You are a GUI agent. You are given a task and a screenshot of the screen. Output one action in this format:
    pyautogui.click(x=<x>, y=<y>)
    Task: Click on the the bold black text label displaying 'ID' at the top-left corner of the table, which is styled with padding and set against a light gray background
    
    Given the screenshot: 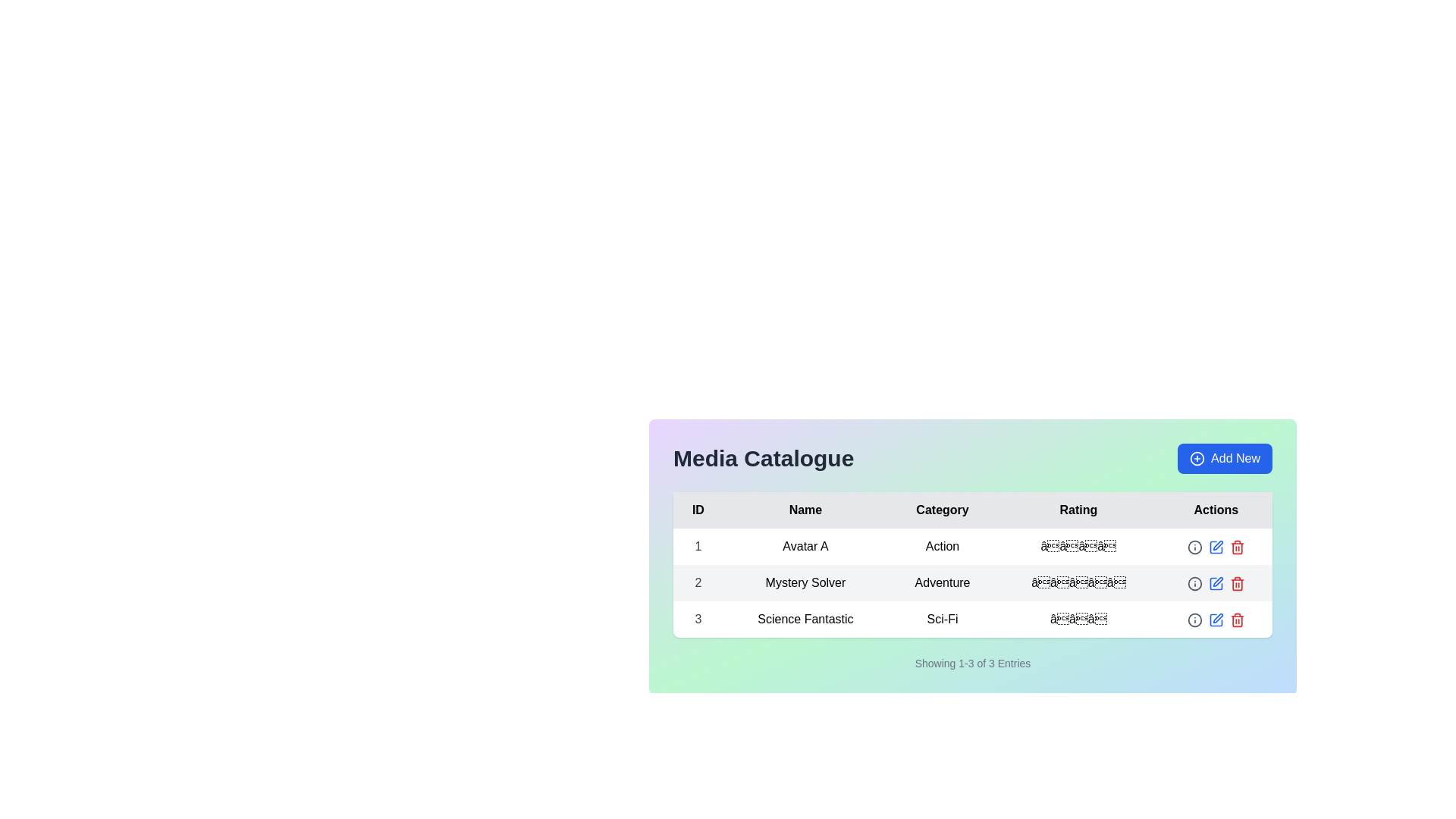 What is the action you would take?
    pyautogui.click(x=698, y=510)
    